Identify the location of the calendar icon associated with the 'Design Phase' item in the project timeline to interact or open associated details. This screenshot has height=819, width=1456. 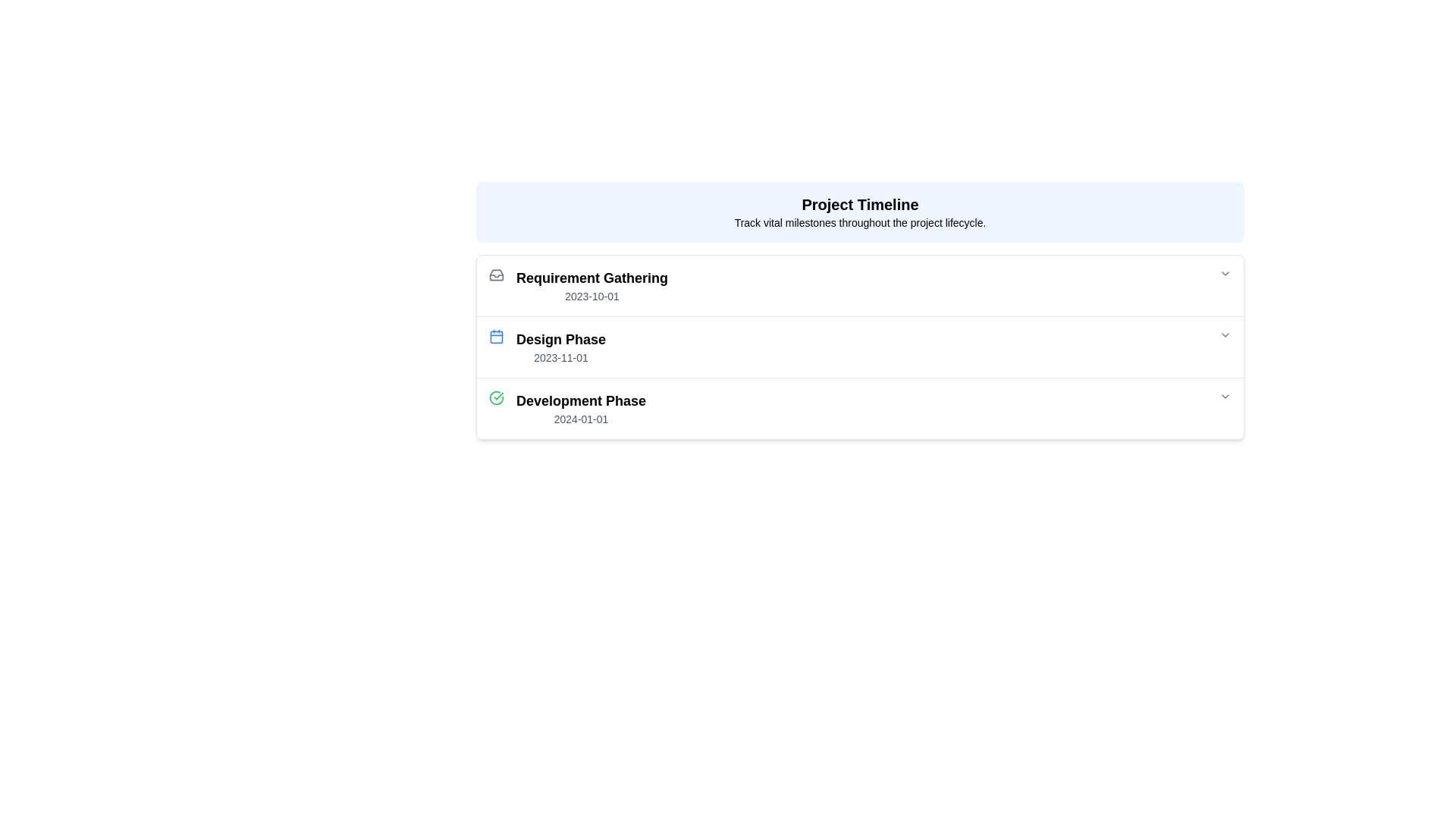
(496, 347).